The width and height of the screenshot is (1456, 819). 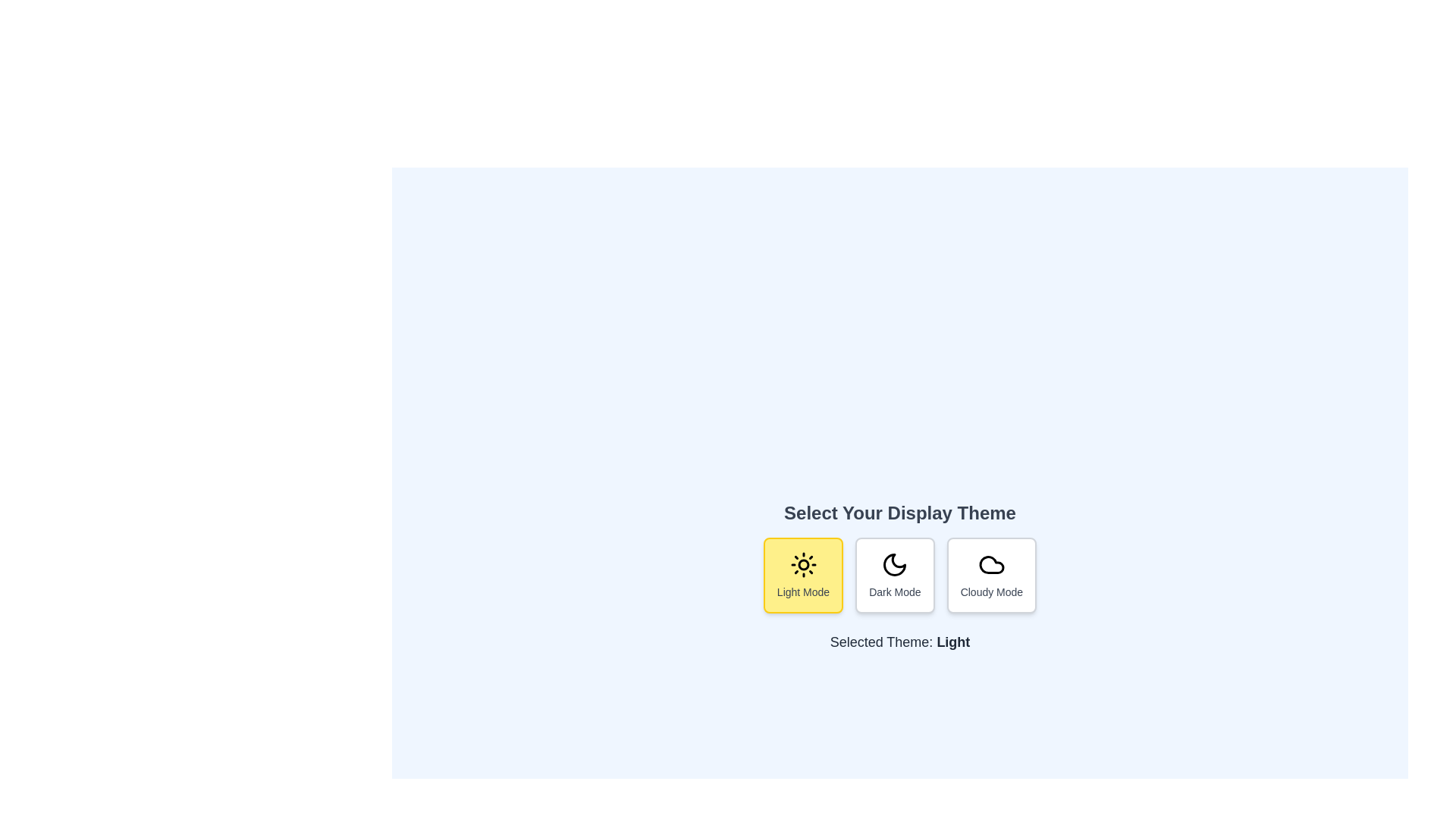 I want to click on the Light Mode button to see its hover effect, so click(x=802, y=576).